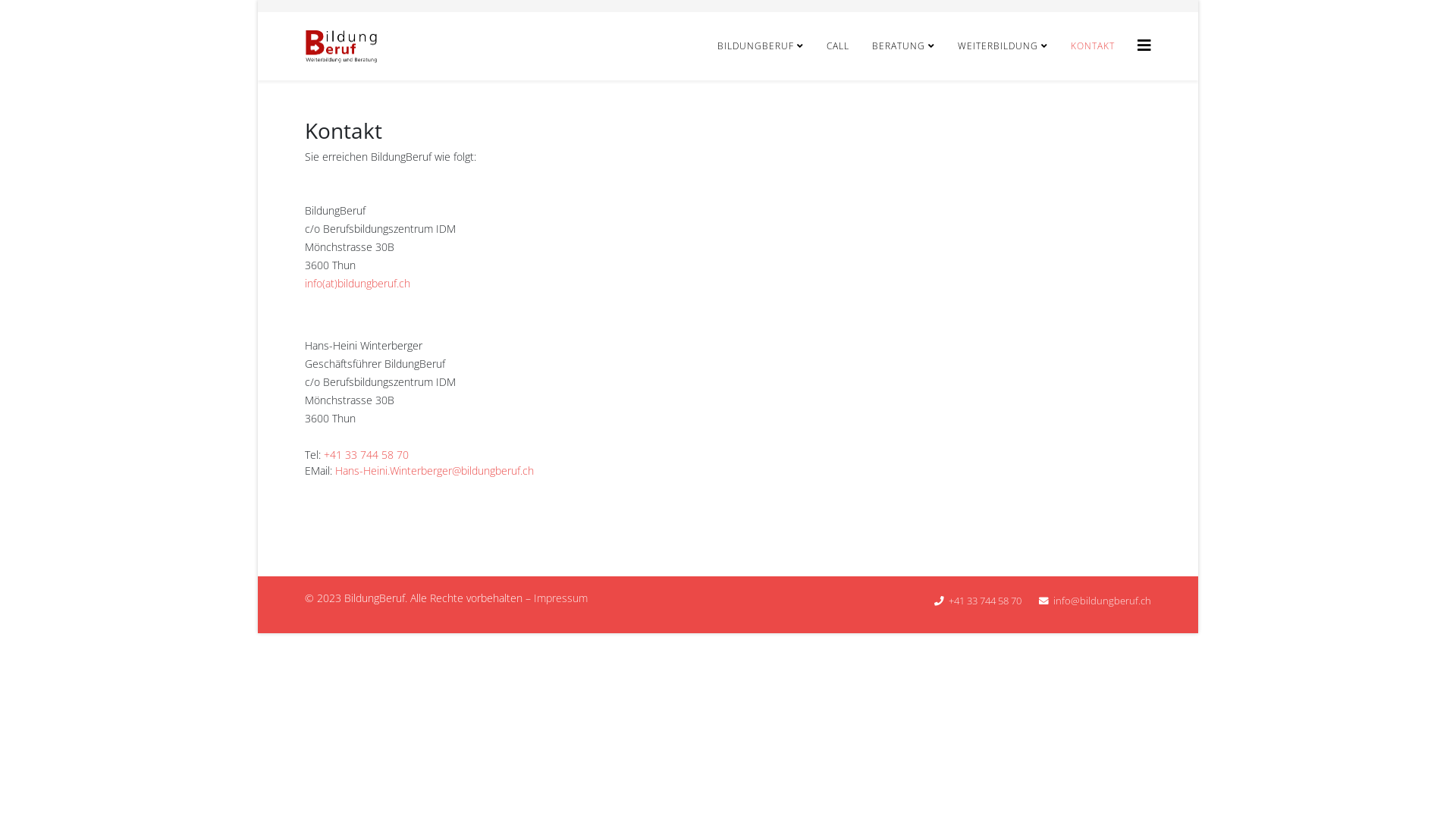 This screenshot has width=1456, height=819. What do you see at coordinates (560, 597) in the screenshot?
I see `'Impressum'` at bounding box center [560, 597].